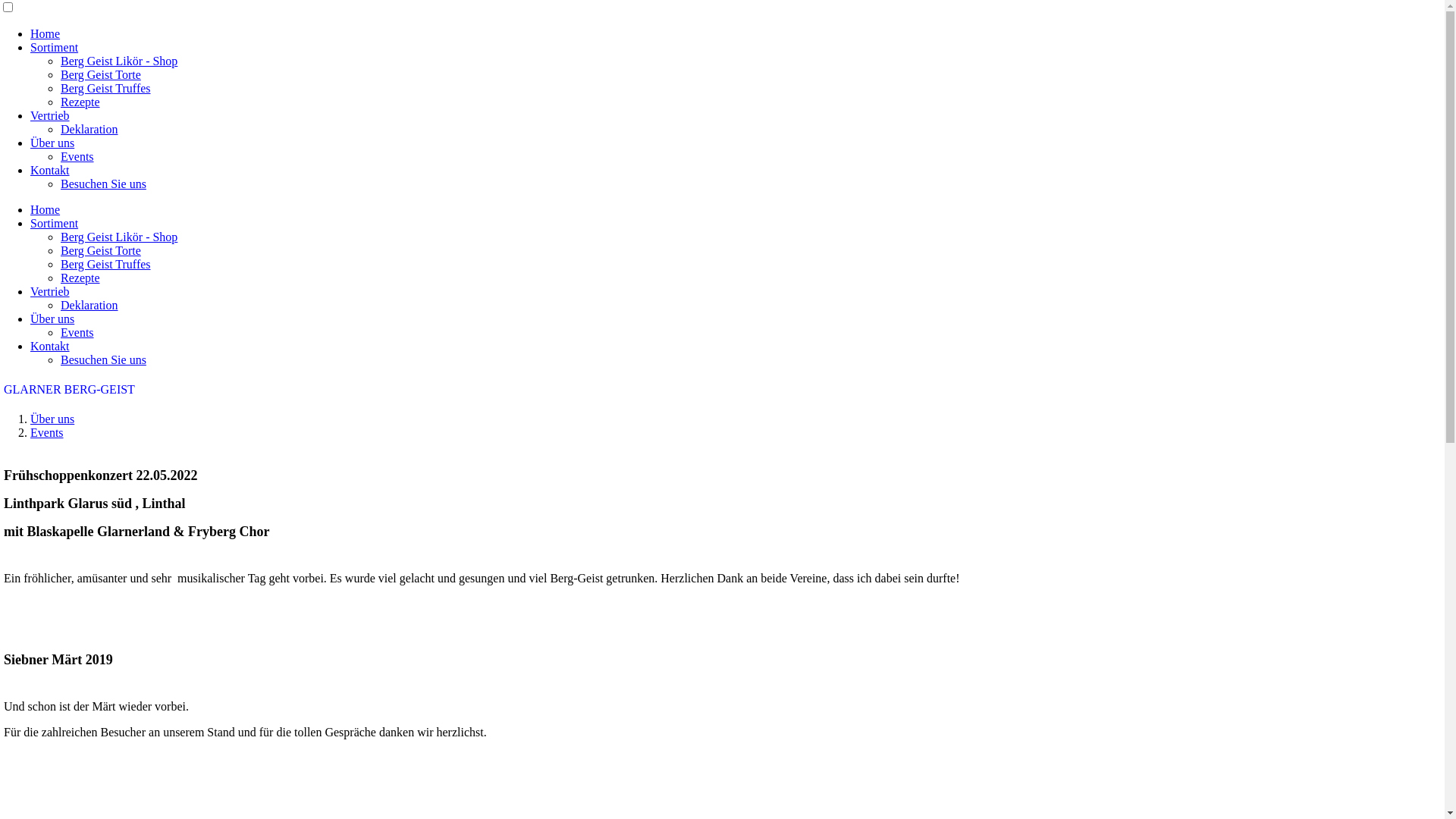 The width and height of the screenshot is (1456, 819). I want to click on 'Events', so click(47, 432).